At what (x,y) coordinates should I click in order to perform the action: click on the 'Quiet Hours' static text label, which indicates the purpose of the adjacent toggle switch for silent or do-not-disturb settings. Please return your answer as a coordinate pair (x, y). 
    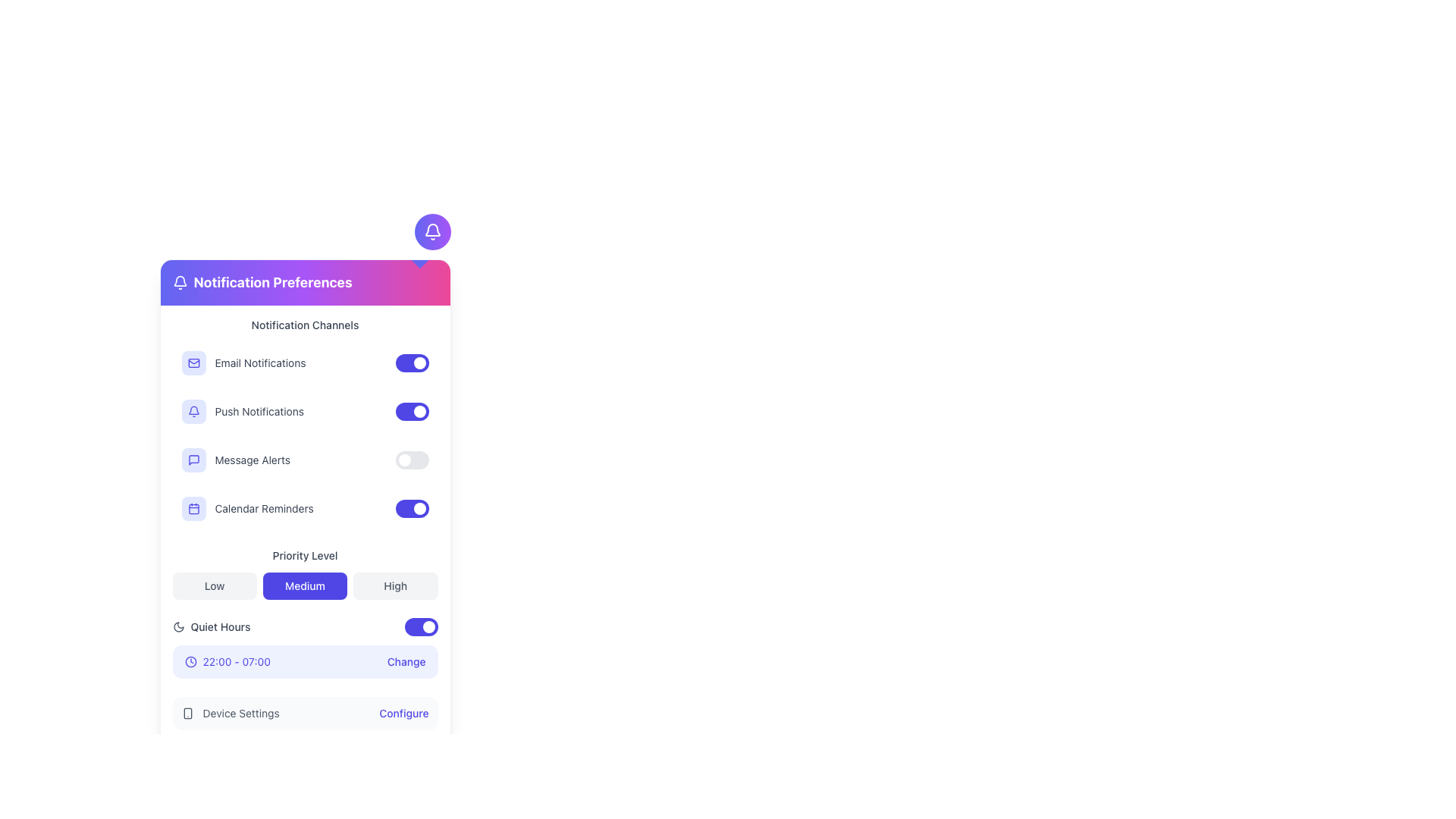
    Looking at the image, I should click on (219, 626).